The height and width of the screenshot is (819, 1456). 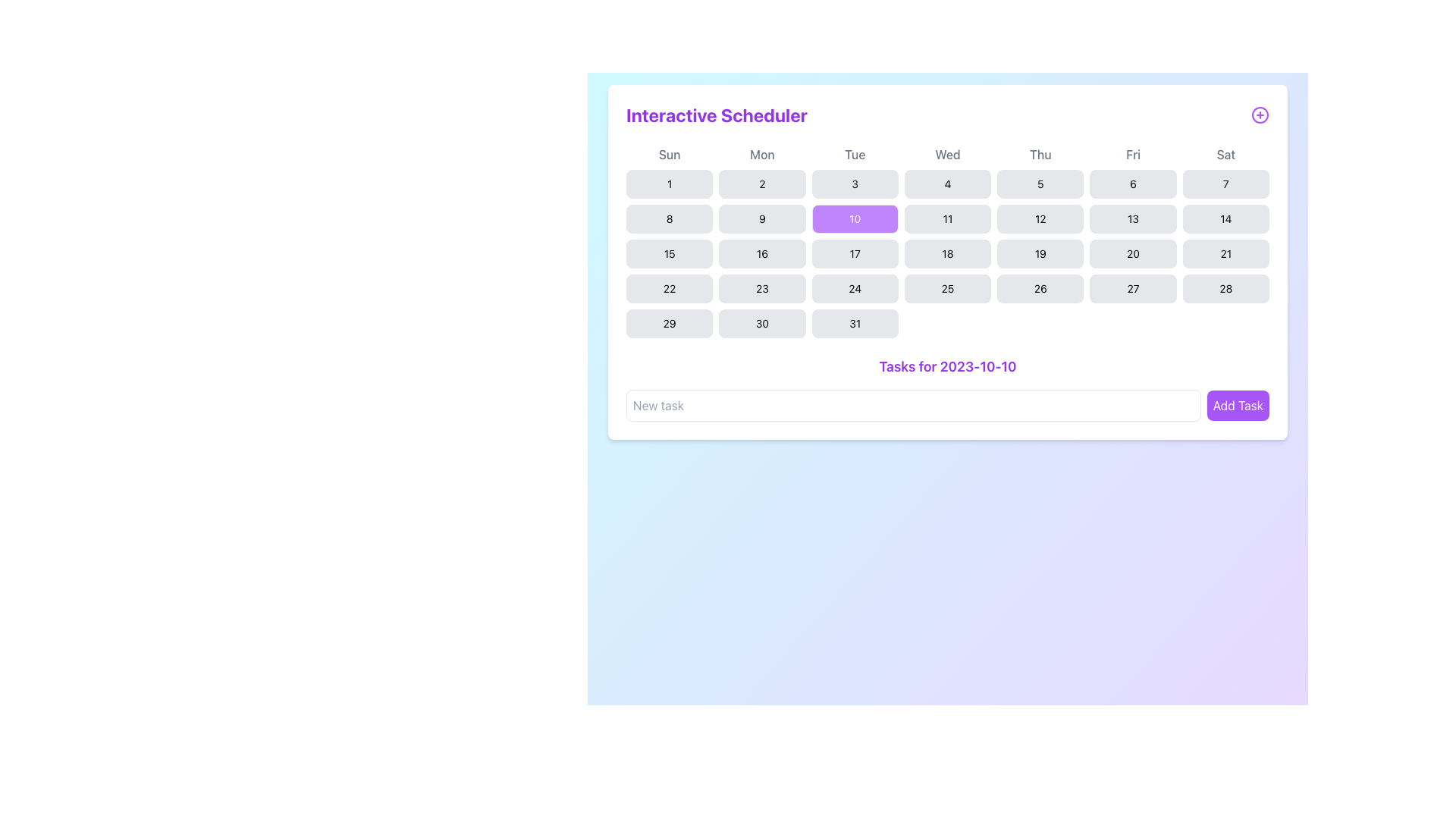 What do you see at coordinates (1133, 219) in the screenshot?
I see `the small rectangular button with rounded corners and a light gray background displaying the number '13' in black text, located in the calendar grid of the 'Interactive Scheduler' for the second week on Friday` at bounding box center [1133, 219].